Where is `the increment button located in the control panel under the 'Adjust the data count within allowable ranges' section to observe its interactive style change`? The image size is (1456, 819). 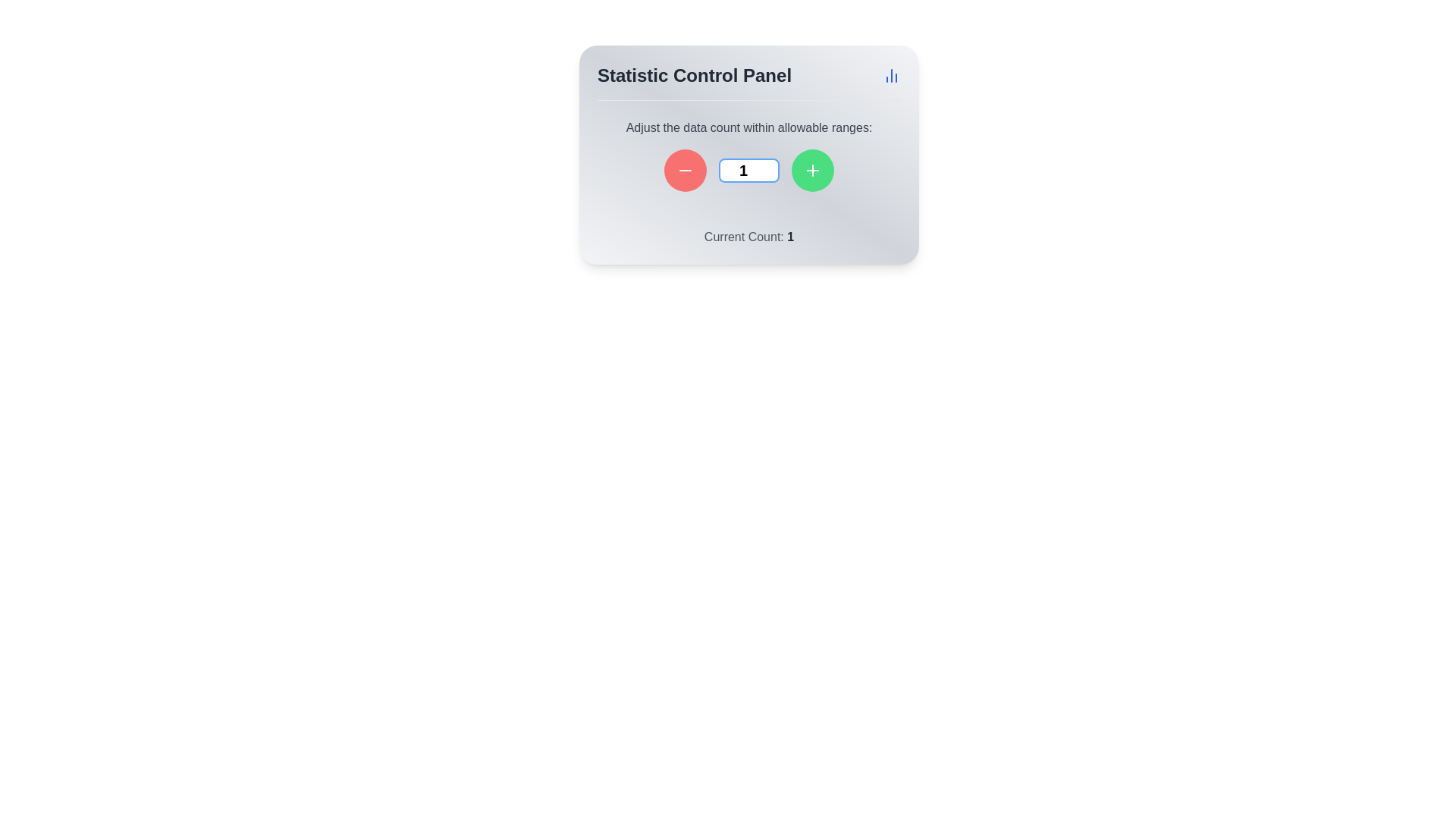
the increment button located in the control panel under the 'Adjust the data count within allowable ranges' section to observe its interactive style change is located at coordinates (811, 170).